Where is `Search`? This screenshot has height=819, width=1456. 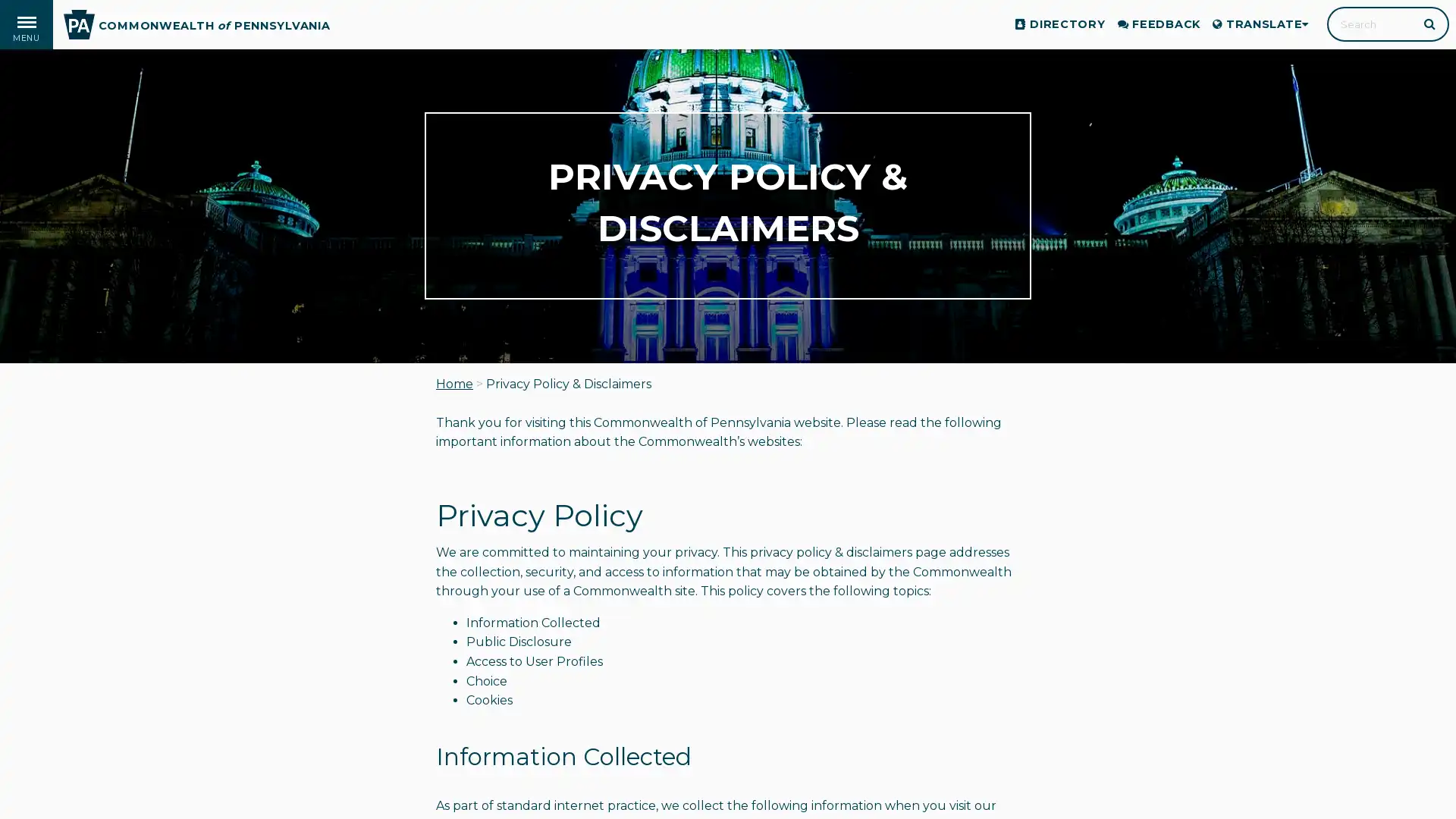 Search is located at coordinates (1430, 23).